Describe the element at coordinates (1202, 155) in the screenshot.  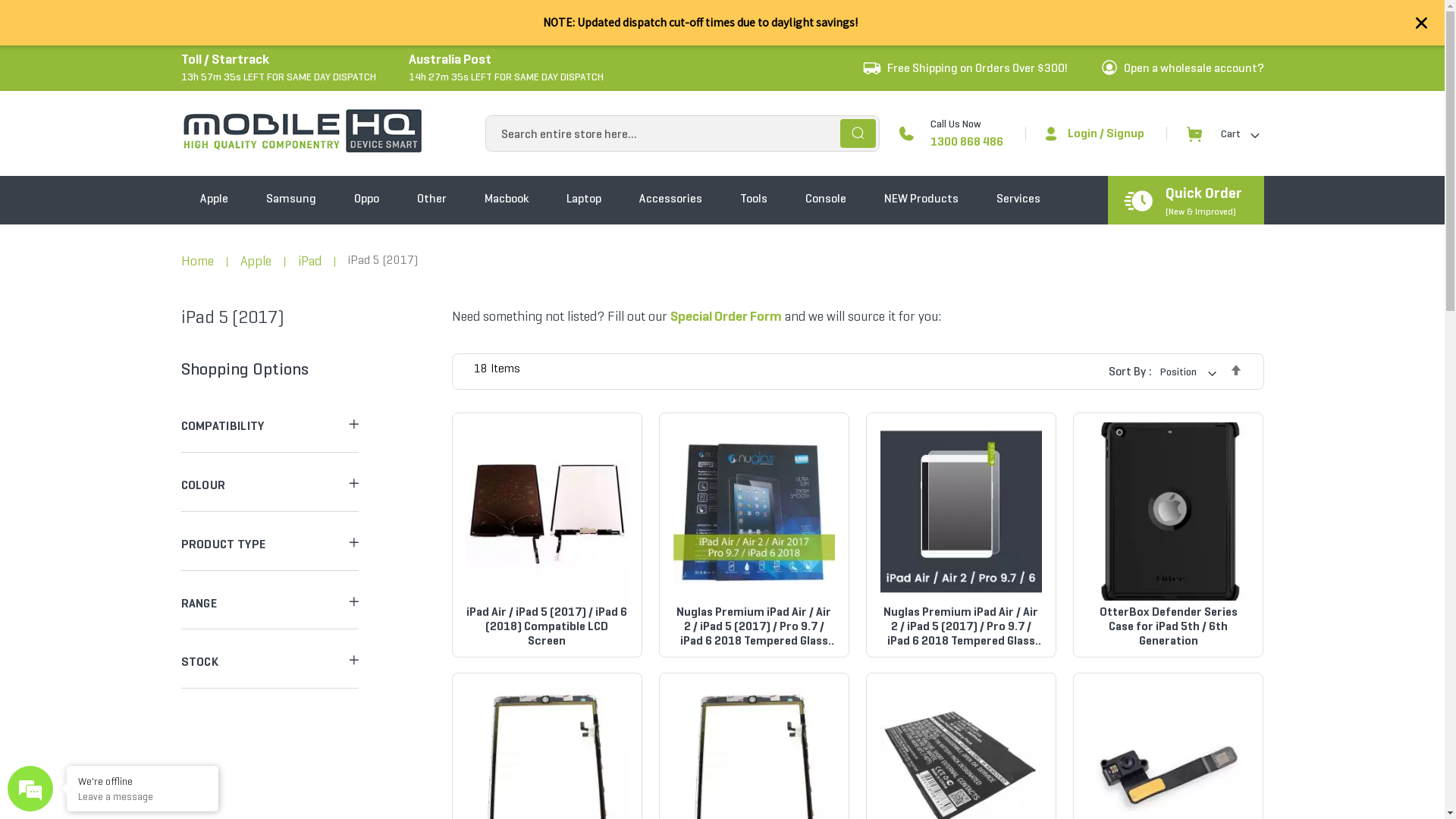
I see `'Quick Order` at that location.